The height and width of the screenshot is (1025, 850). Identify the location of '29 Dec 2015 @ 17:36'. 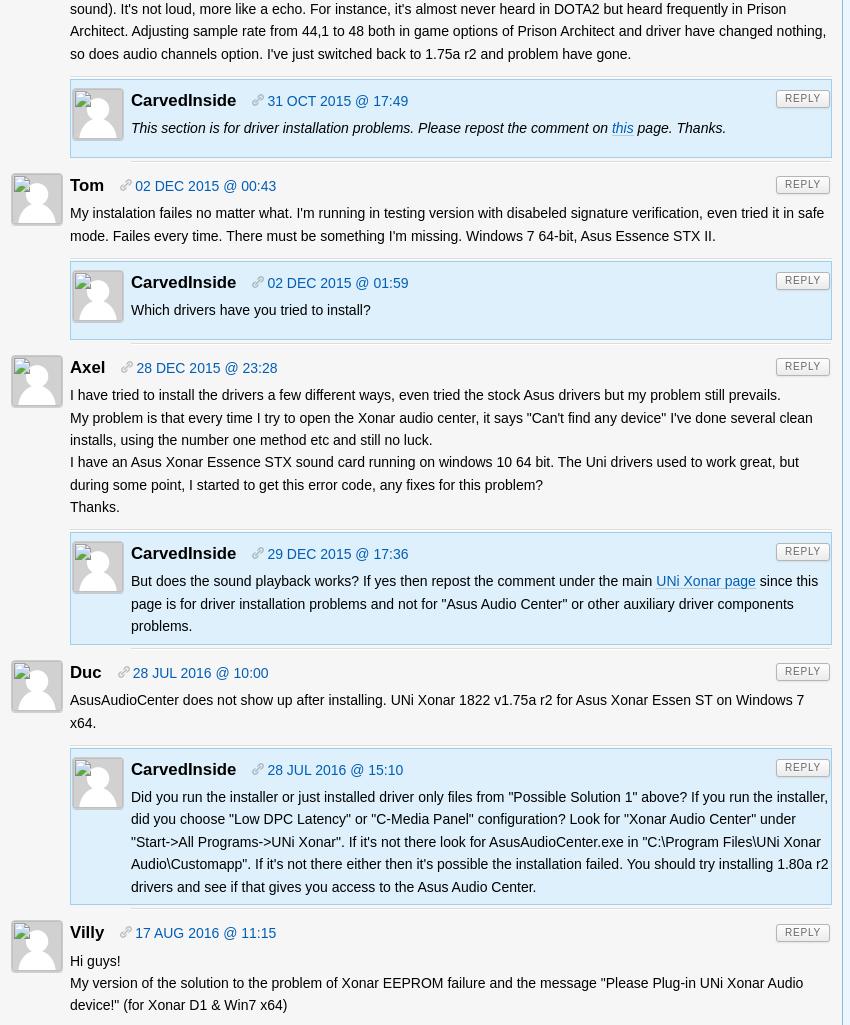
(337, 553).